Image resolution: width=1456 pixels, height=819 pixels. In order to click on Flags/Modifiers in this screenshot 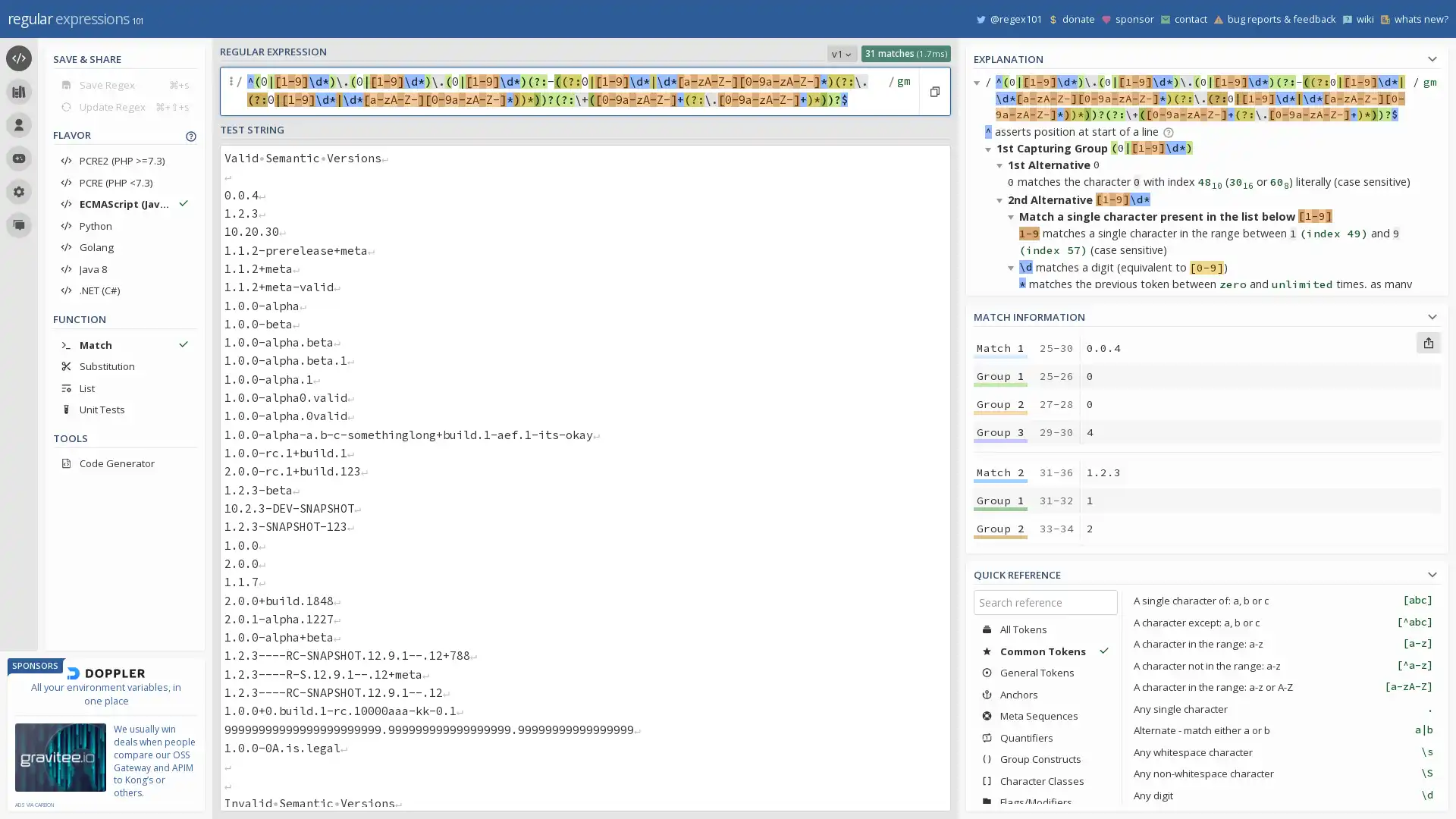, I will do `click(1044, 801)`.